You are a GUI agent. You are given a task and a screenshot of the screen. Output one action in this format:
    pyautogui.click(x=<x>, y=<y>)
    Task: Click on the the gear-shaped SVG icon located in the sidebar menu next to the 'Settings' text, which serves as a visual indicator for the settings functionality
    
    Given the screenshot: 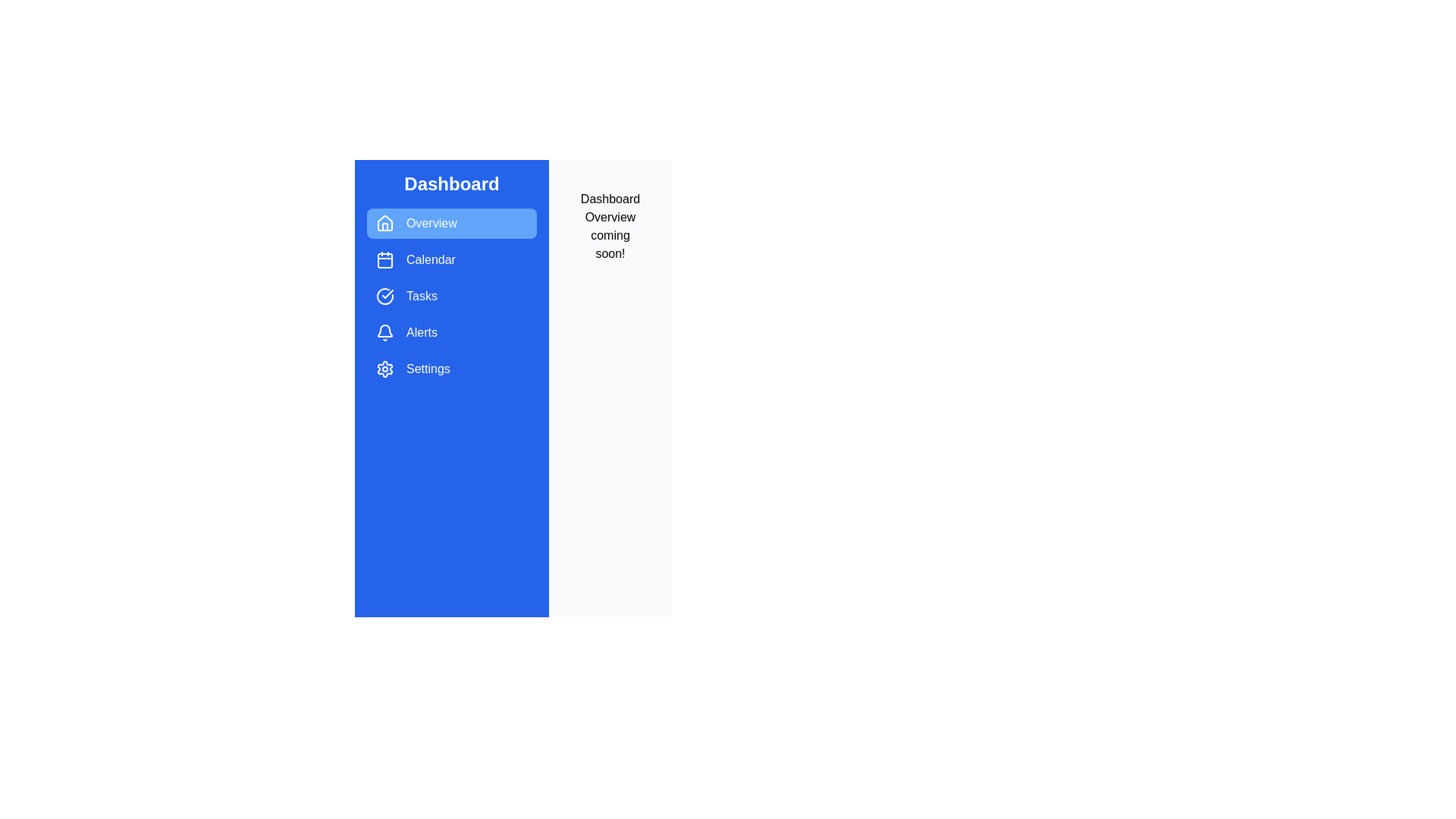 What is the action you would take?
    pyautogui.click(x=385, y=369)
    